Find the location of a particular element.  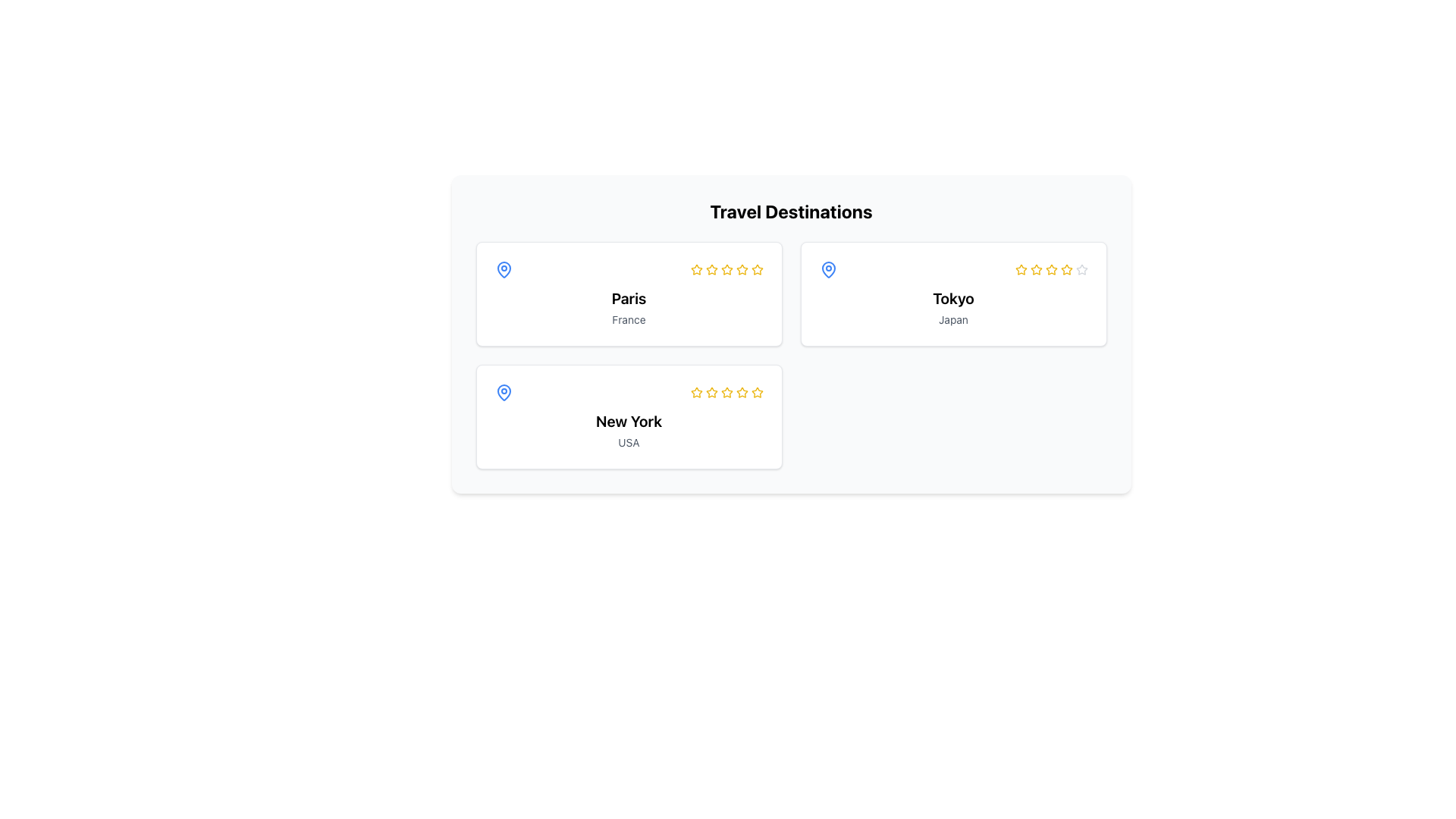

the first star icon in the rating section of the 'Paris, France' card is located at coordinates (711, 268).